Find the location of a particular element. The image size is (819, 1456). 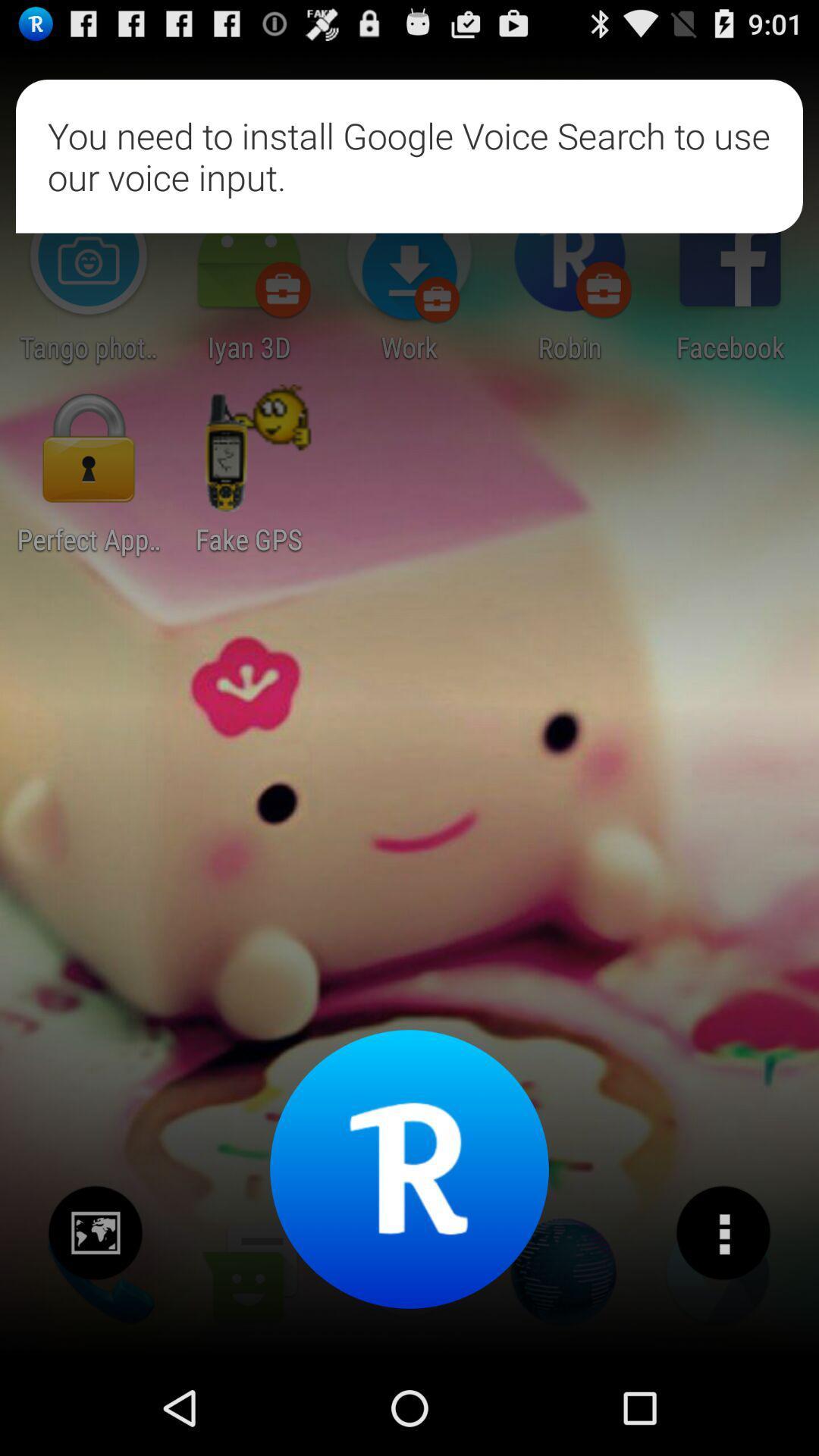

open menu is located at coordinates (722, 1233).